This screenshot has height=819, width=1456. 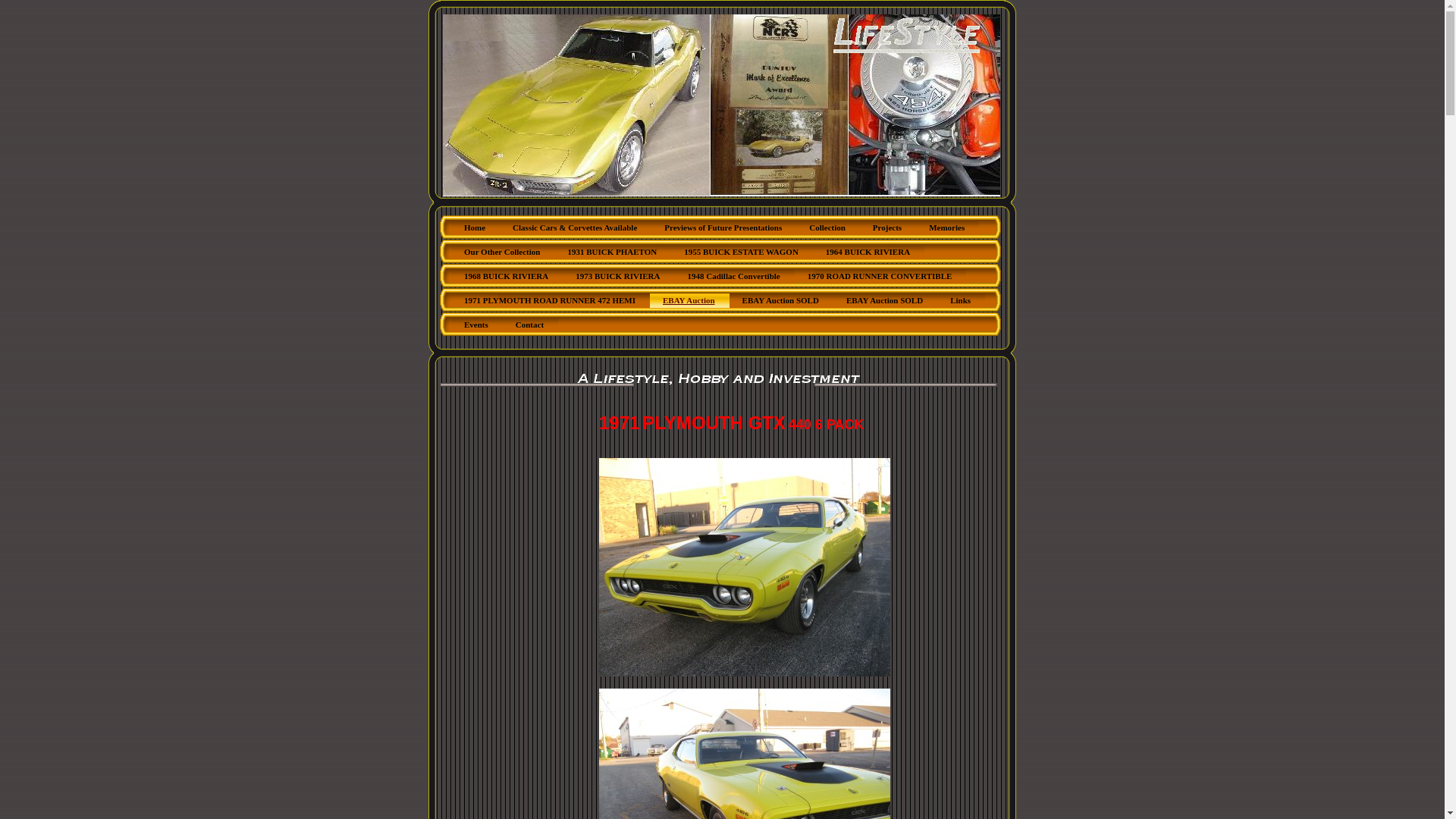 What do you see at coordinates (781, 301) in the screenshot?
I see `'EBAY Auction SOLD'` at bounding box center [781, 301].